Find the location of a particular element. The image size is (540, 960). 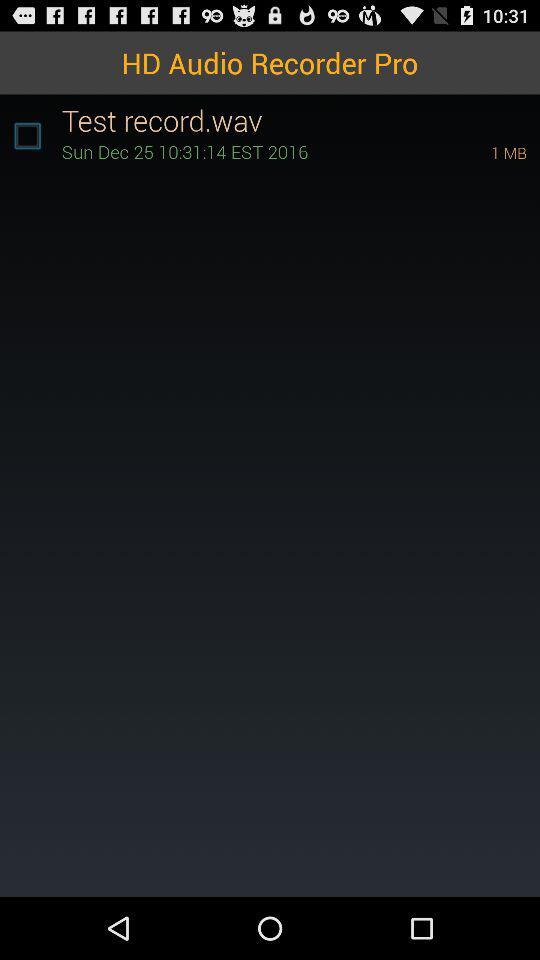

the item below hd audio recorder is located at coordinates (26, 135).